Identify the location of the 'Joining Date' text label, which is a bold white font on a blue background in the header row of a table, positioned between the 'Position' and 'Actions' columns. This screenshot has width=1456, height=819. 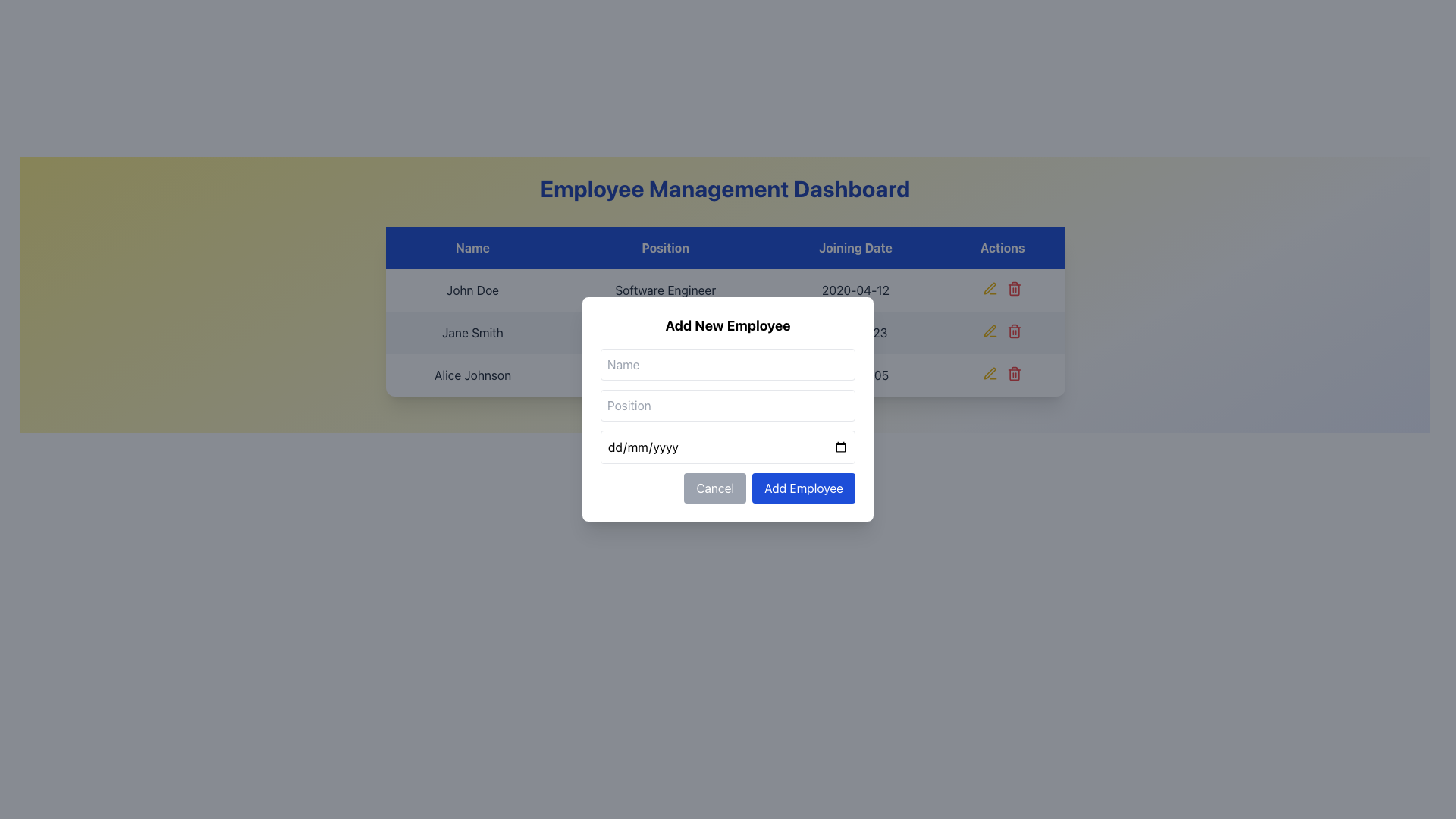
(855, 247).